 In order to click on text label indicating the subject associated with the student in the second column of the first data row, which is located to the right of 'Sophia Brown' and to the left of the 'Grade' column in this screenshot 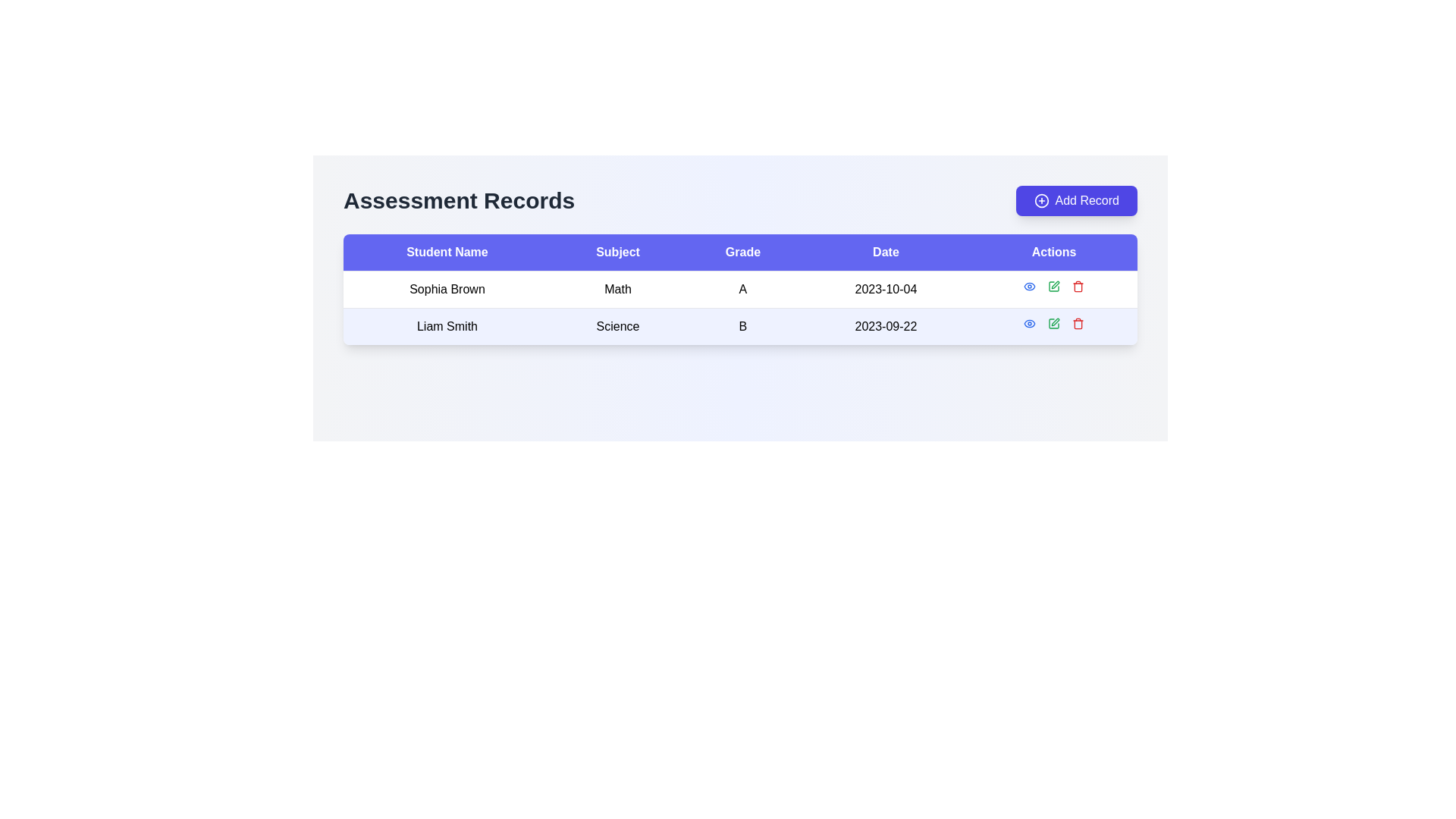, I will do `click(618, 289)`.